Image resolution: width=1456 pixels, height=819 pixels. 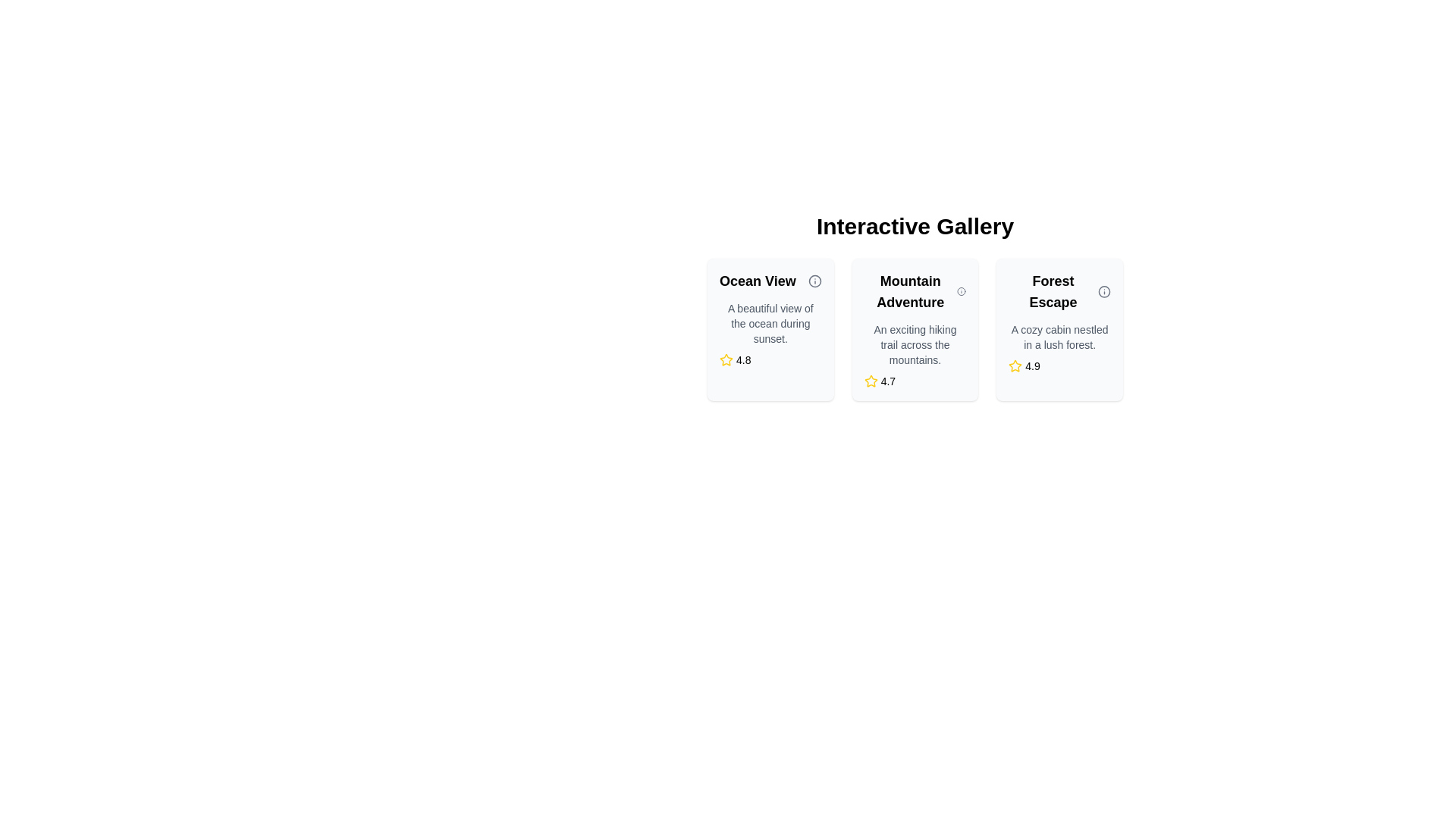 I want to click on the information tooltip icon located to the right of the 'Mountain Adventure' text, so click(x=960, y=292).